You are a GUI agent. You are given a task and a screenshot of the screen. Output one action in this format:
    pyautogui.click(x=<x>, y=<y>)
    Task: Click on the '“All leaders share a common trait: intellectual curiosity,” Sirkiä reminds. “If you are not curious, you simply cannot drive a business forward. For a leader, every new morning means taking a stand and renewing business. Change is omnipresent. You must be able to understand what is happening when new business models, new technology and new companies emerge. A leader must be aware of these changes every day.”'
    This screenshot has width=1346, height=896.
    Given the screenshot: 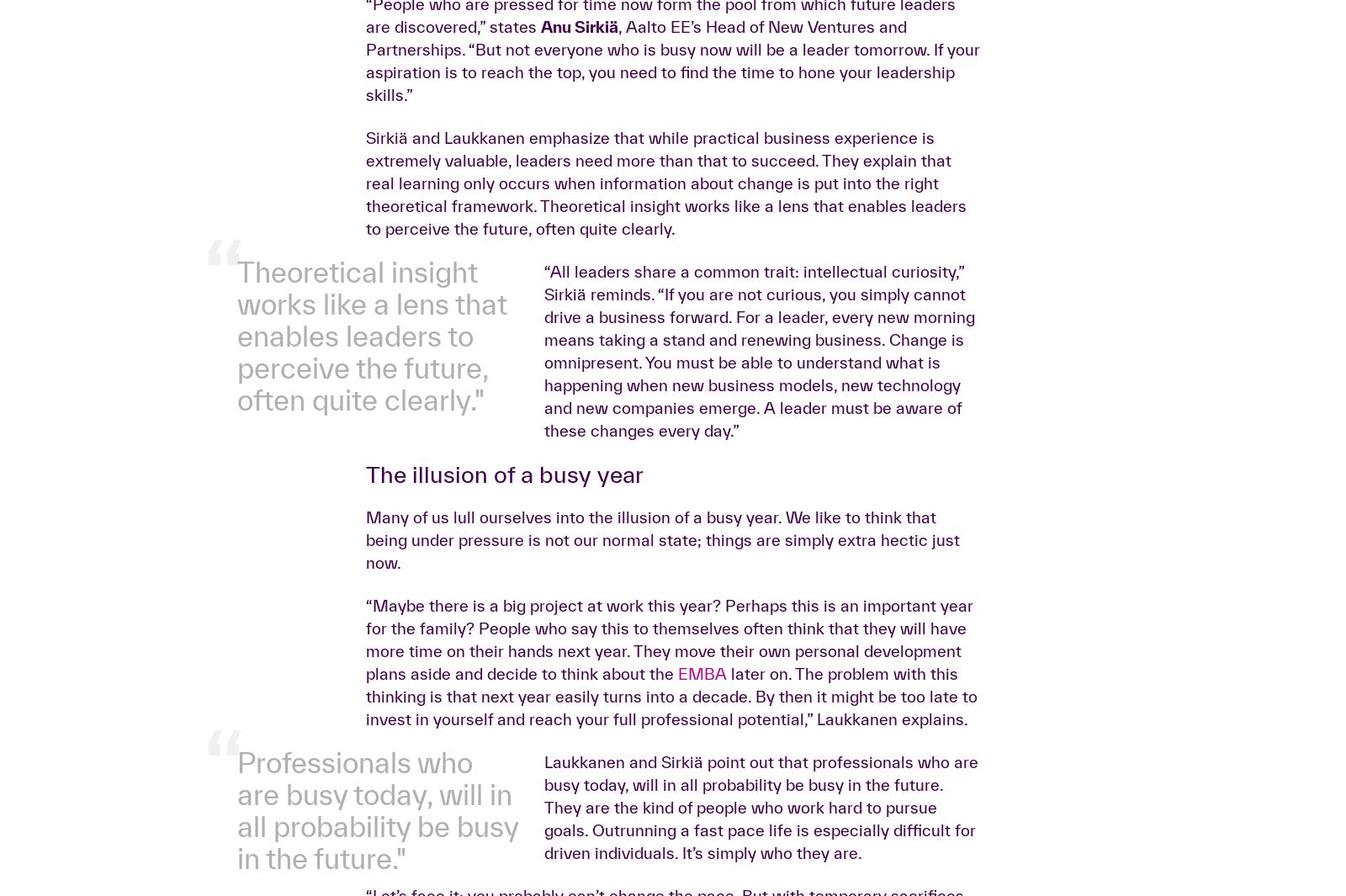 What is the action you would take?
    pyautogui.click(x=757, y=616)
    